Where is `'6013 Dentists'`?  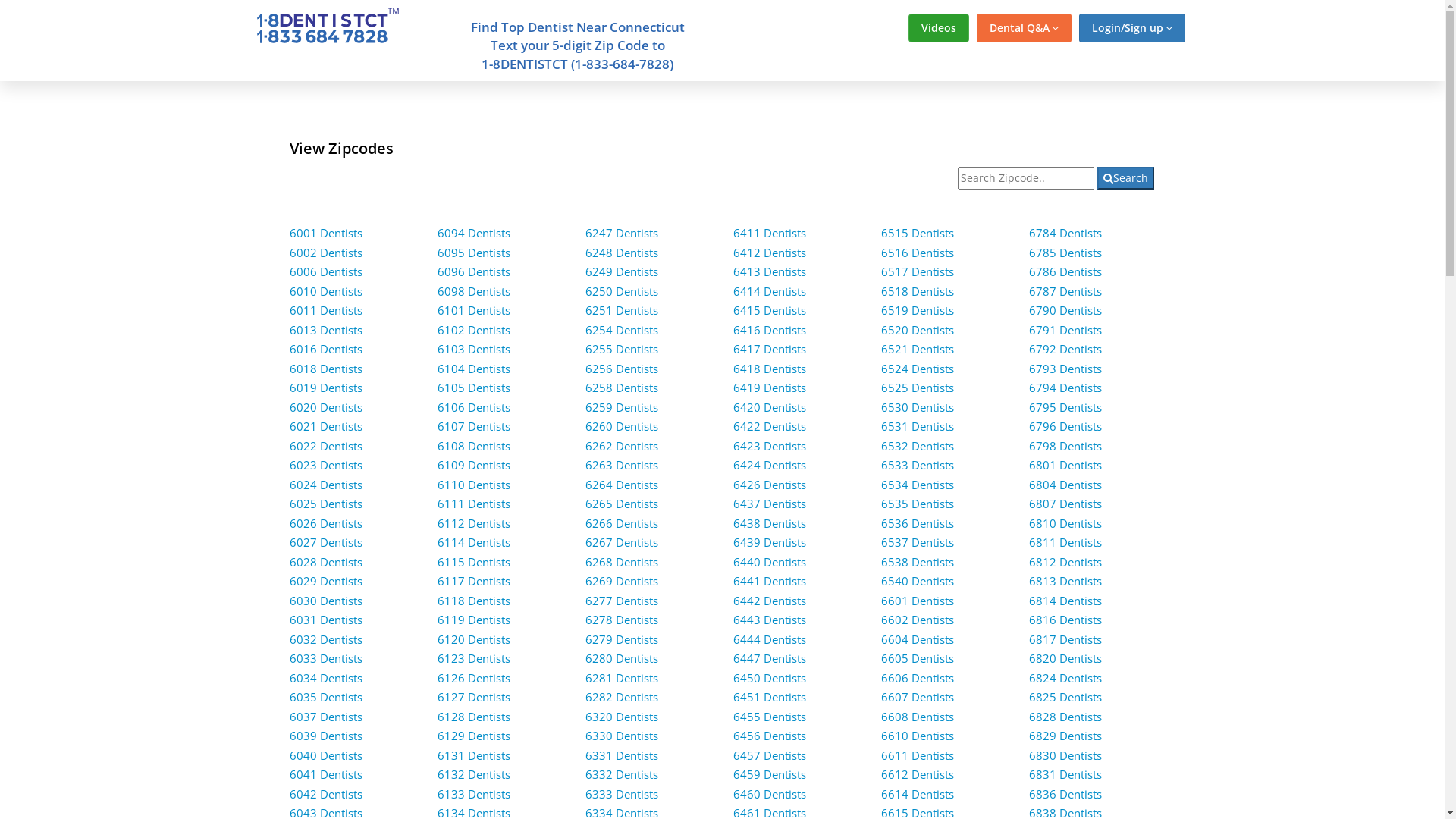
'6013 Dentists' is located at coordinates (290, 329).